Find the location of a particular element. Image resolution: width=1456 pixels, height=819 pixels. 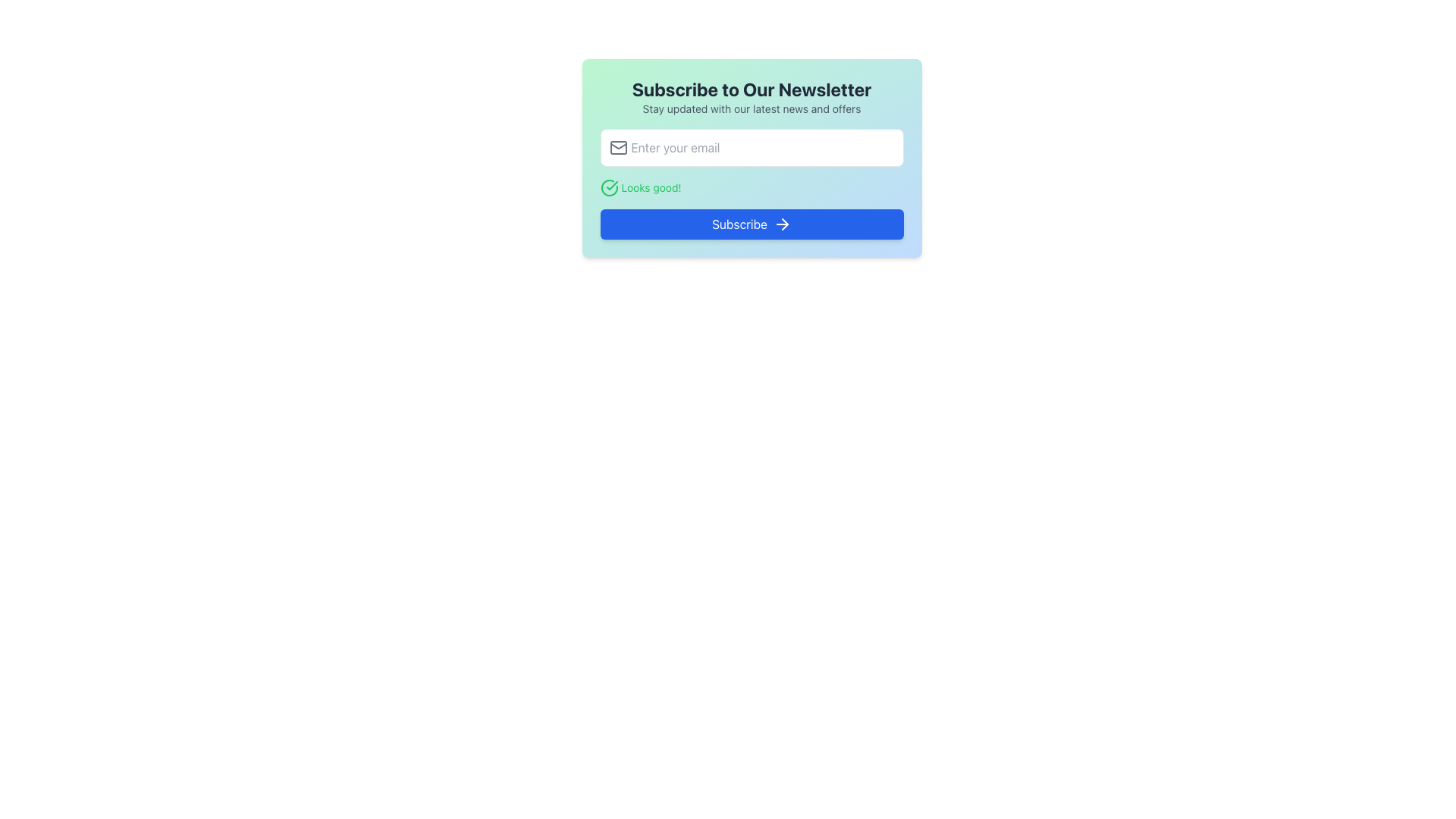

the text label that reads 'Stay updated with our latest news and offers', which is located directly below the header 'Subscribe to Our Newsletter' is located at coordinates (752, 108).